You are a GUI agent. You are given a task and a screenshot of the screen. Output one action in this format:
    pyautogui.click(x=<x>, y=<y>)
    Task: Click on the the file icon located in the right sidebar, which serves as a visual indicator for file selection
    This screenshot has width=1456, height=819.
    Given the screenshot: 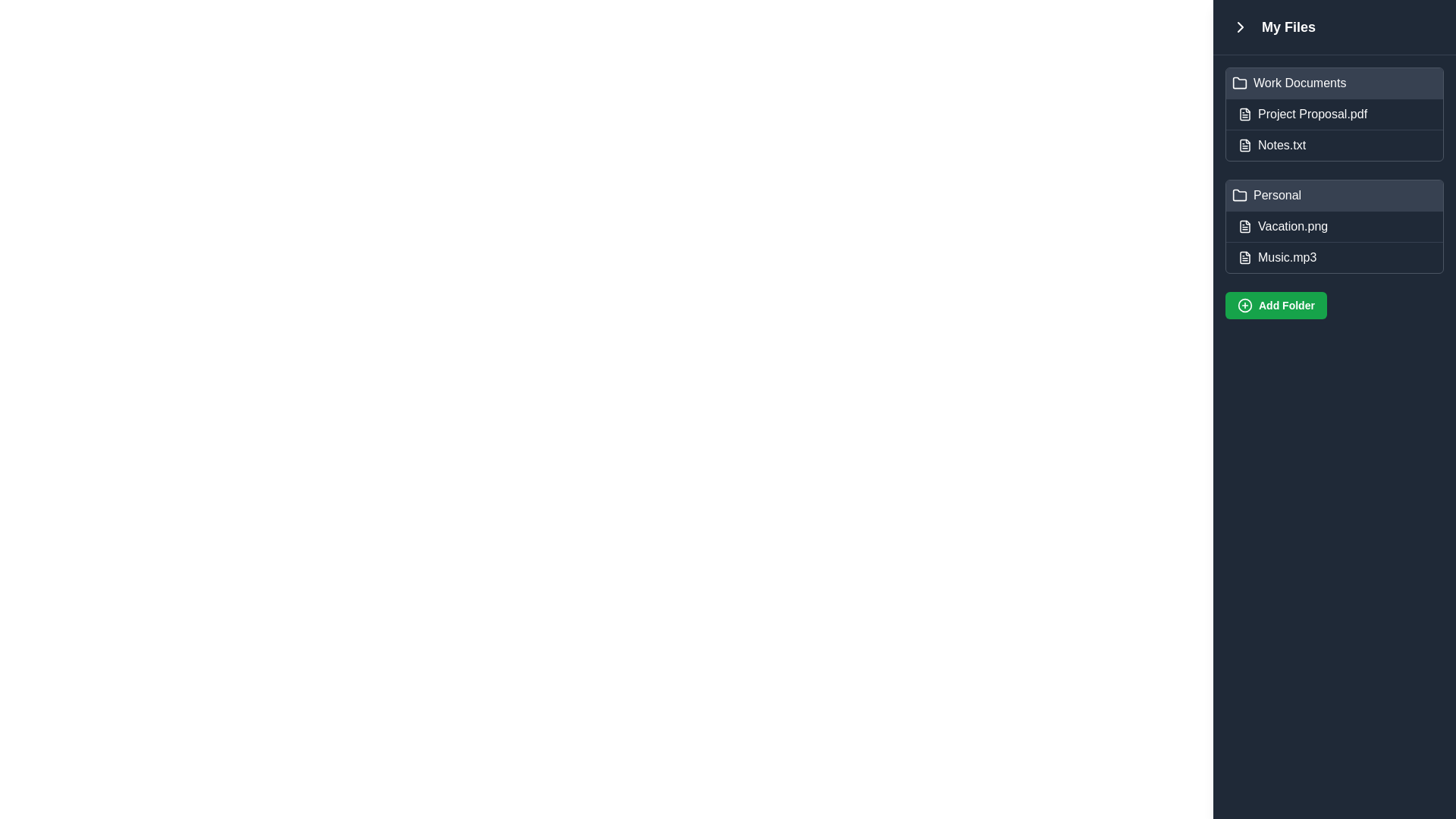 What is the action you would take?
    pyautogui.click(x=1244, y=146)
    